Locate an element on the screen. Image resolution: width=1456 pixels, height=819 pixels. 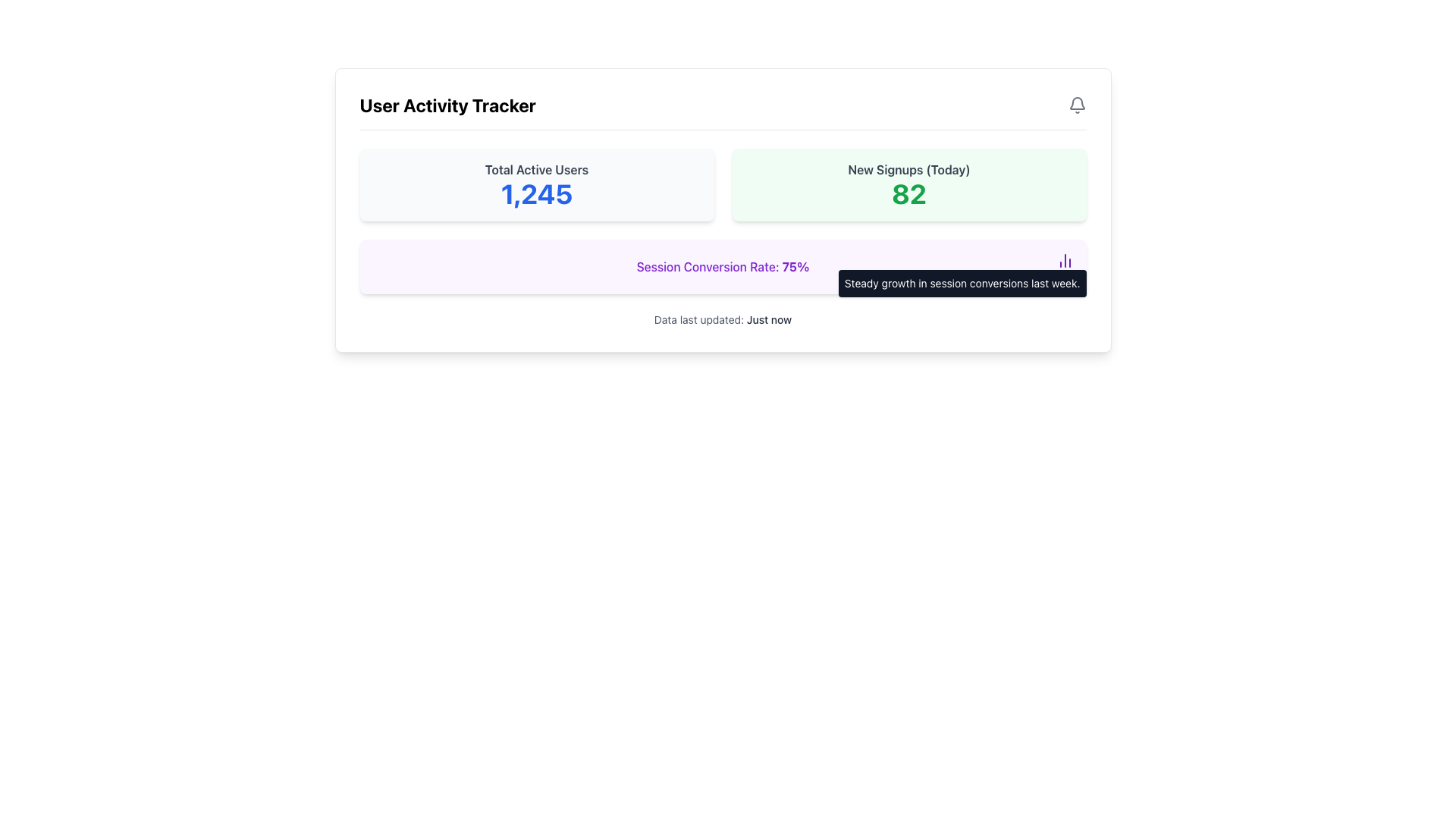
informational tooltip providing details about the session conversion rate trends located at the right side near the top of the card labeled 'Session Conversion Rate: 75% is located at coordinates (962, 284).